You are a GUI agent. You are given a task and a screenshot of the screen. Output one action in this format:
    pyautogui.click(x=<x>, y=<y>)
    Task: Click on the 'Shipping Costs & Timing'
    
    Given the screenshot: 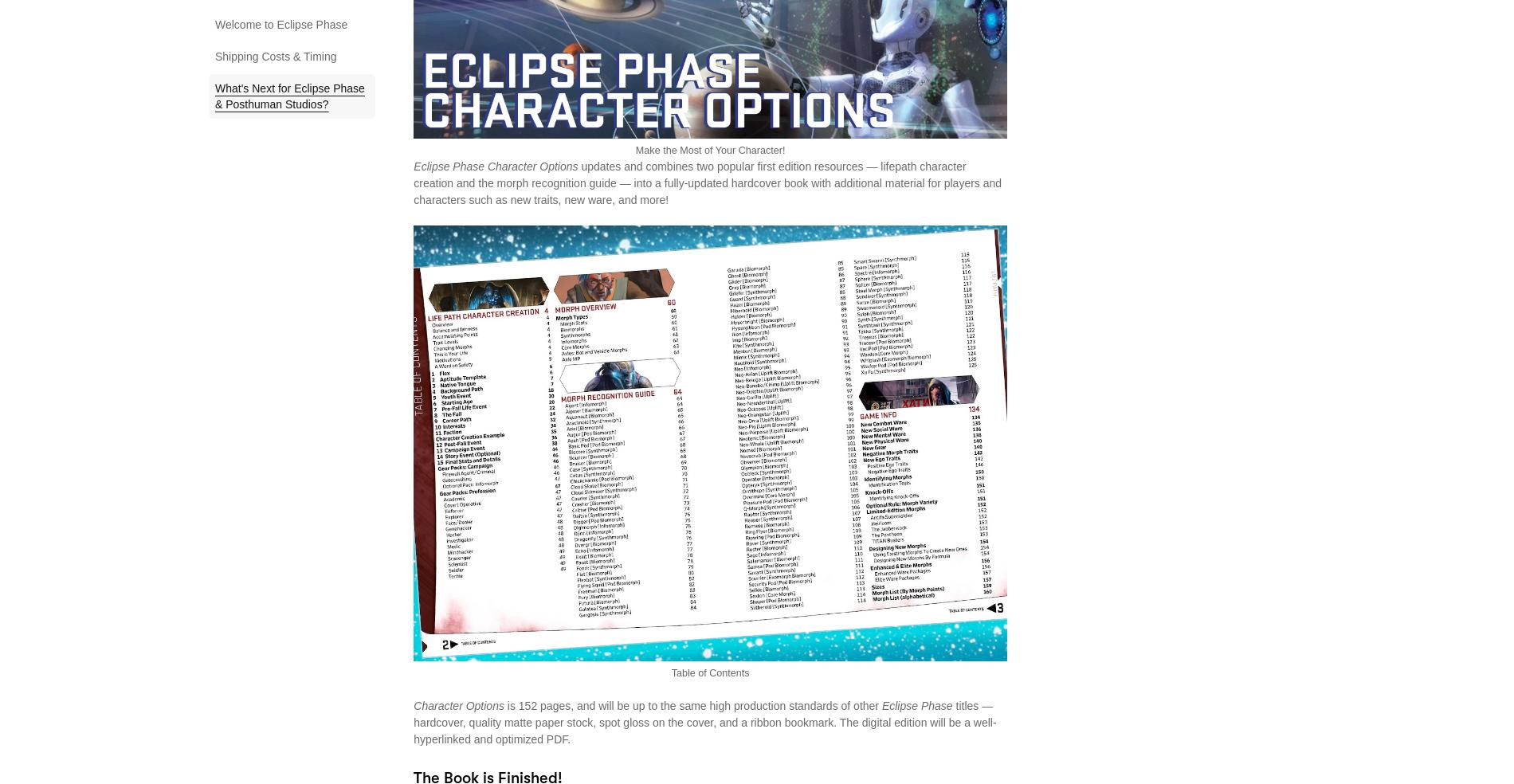 What is the action you would take?
    pyautogui.click(x=274, y=56)
    